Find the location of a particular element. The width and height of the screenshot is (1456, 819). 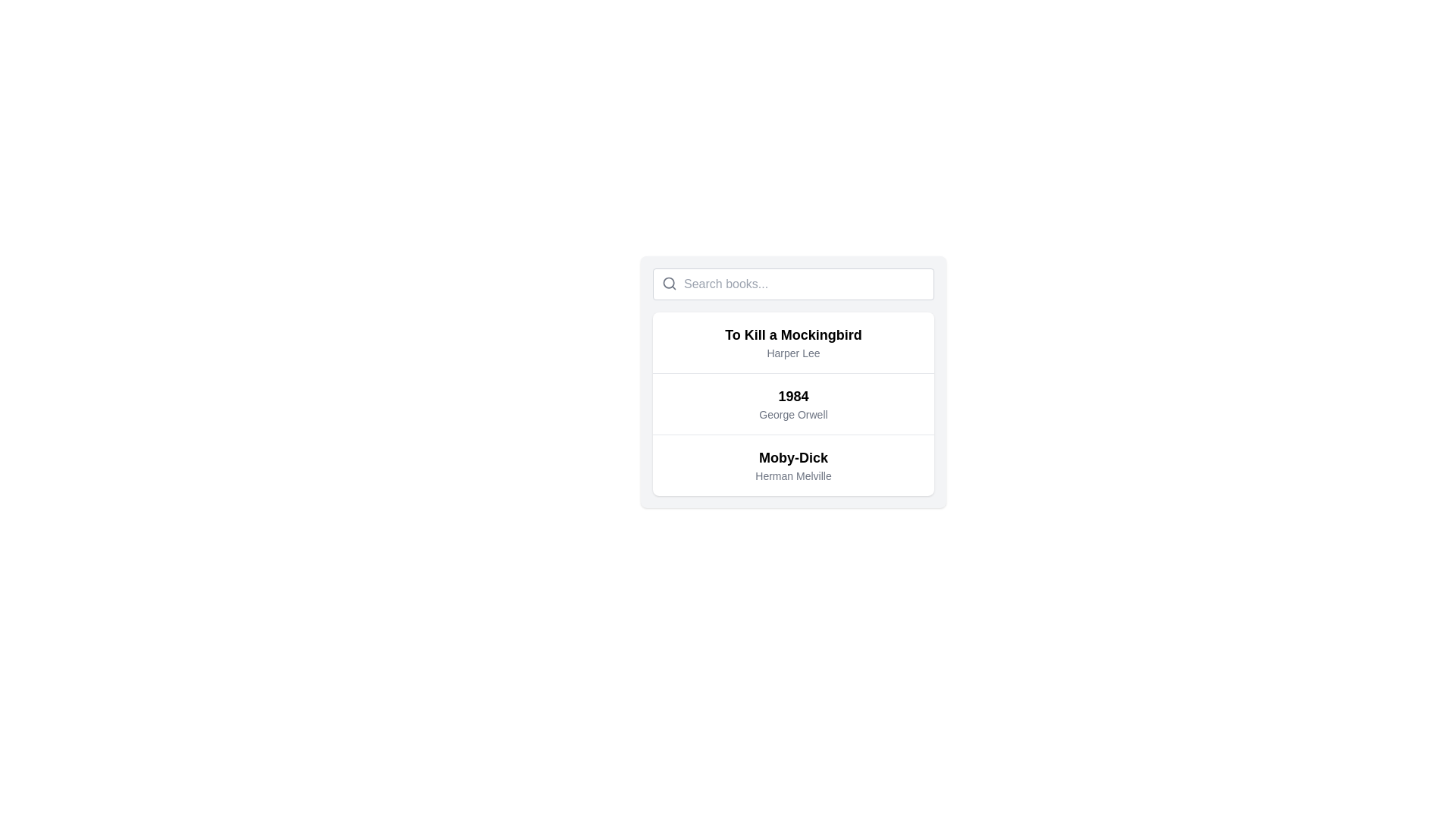

the second list item representing the book '1984' by George Orwell is located at coordinates (792, 381).